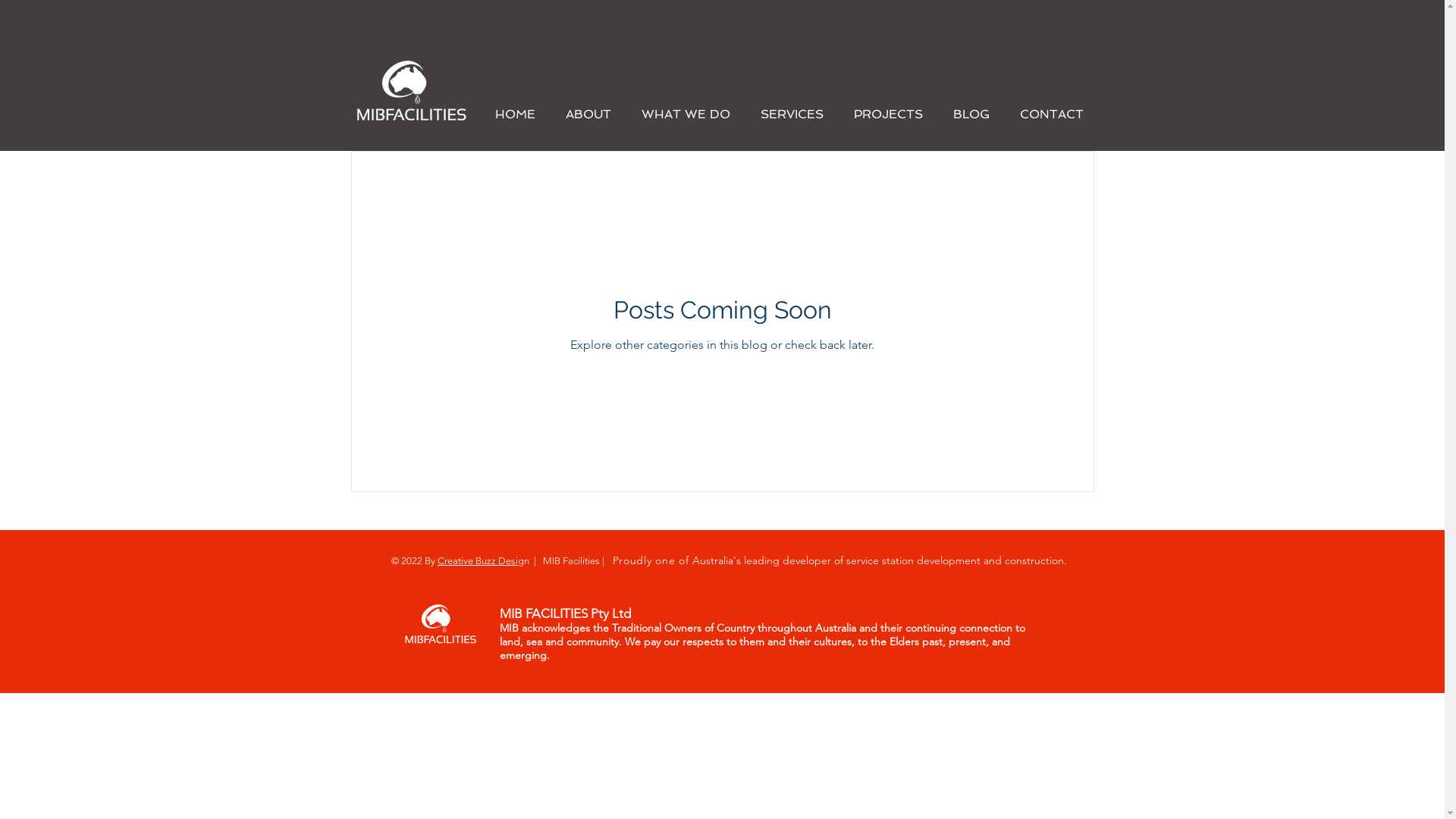 The height and width of the screenshot is (819, 1456). What do you see at coordinates (523, 560) in the screenshot?
I see `'gn'` at bounding box center [523, 560].